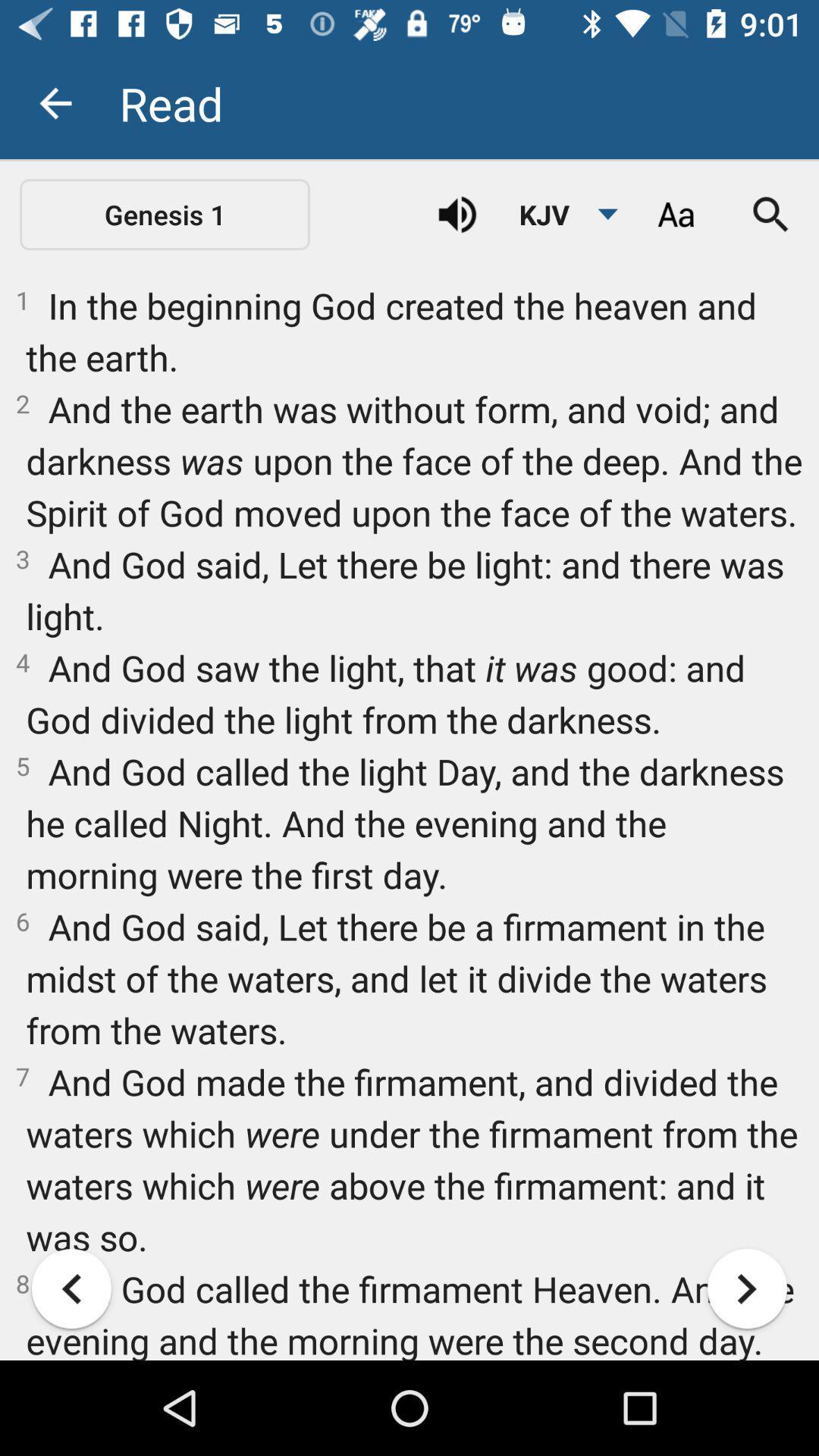 Image resolution: width=819 pixels, height=1456 pixels. What do you see at coordinates (71, 1288) in the screenshot?
I see `the icon below the 6 and god item` at bounding box center [71, 1288].